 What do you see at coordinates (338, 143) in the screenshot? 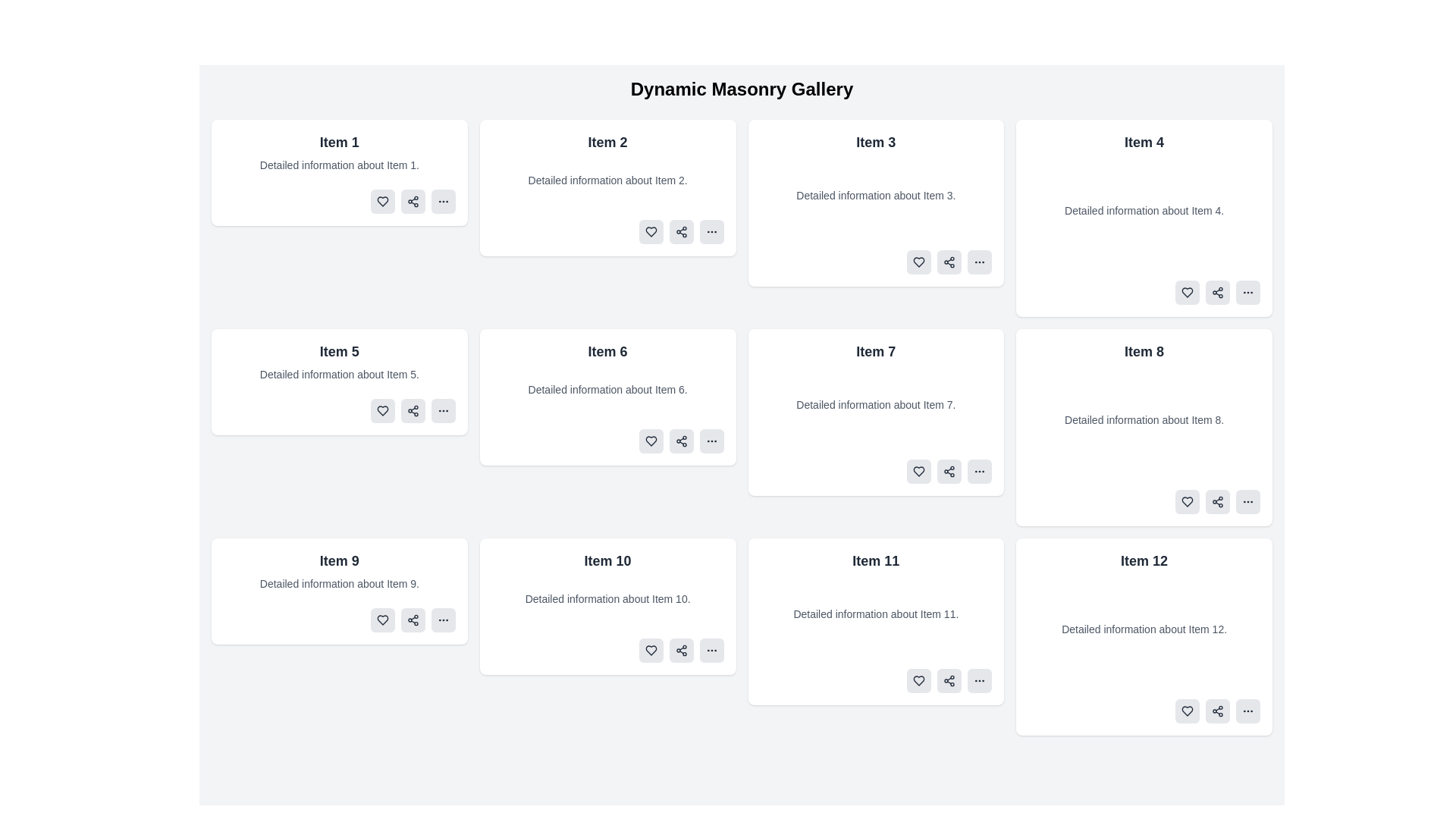
I see `text displayed in the bold 'Item 1' label located at the top-left side of the grid layout in the first card of the first row` at bounding box center [338, 143].